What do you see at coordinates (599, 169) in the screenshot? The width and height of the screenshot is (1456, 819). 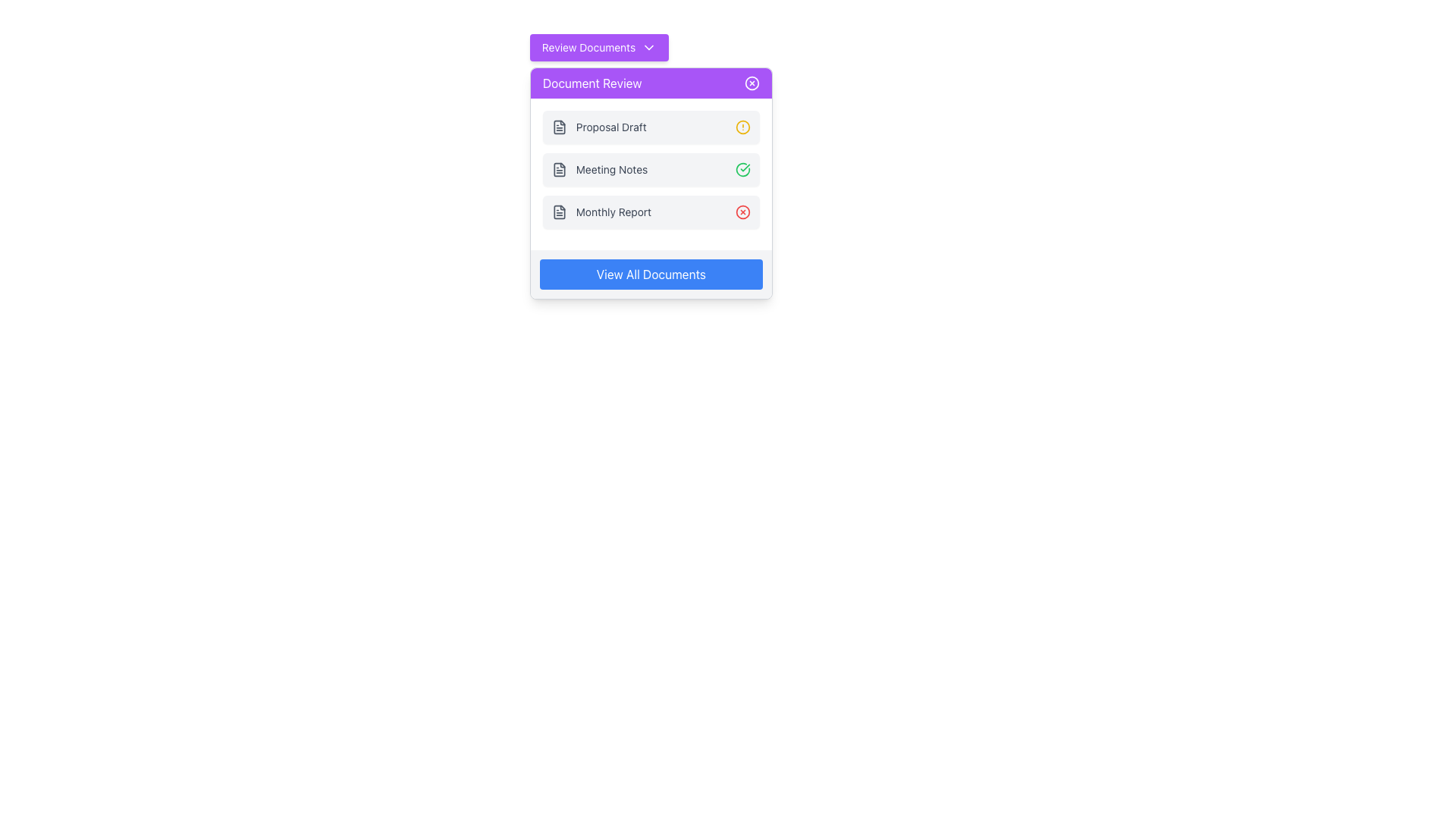 I see `the 'Meeting Notes' text label, which is styled in a small, gray font and positioned to the right of a file outline icon, located directly below 'Proposal Draft' and above 'Monthly Report' in the list under 'Document Review'` at bounding box center [599, 169].